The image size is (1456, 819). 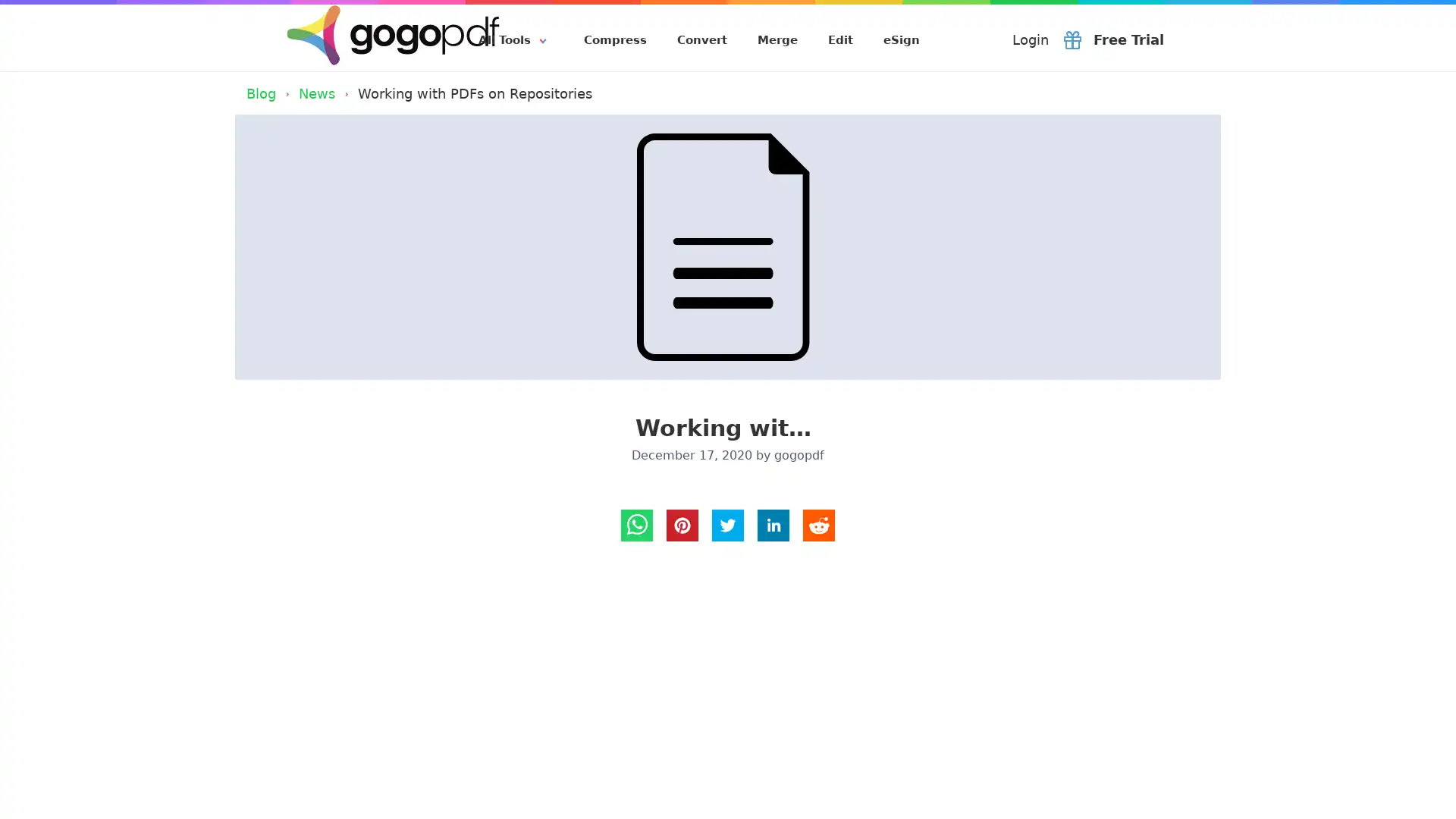 I want to click on whatsapp, so click(x=637, y=525).